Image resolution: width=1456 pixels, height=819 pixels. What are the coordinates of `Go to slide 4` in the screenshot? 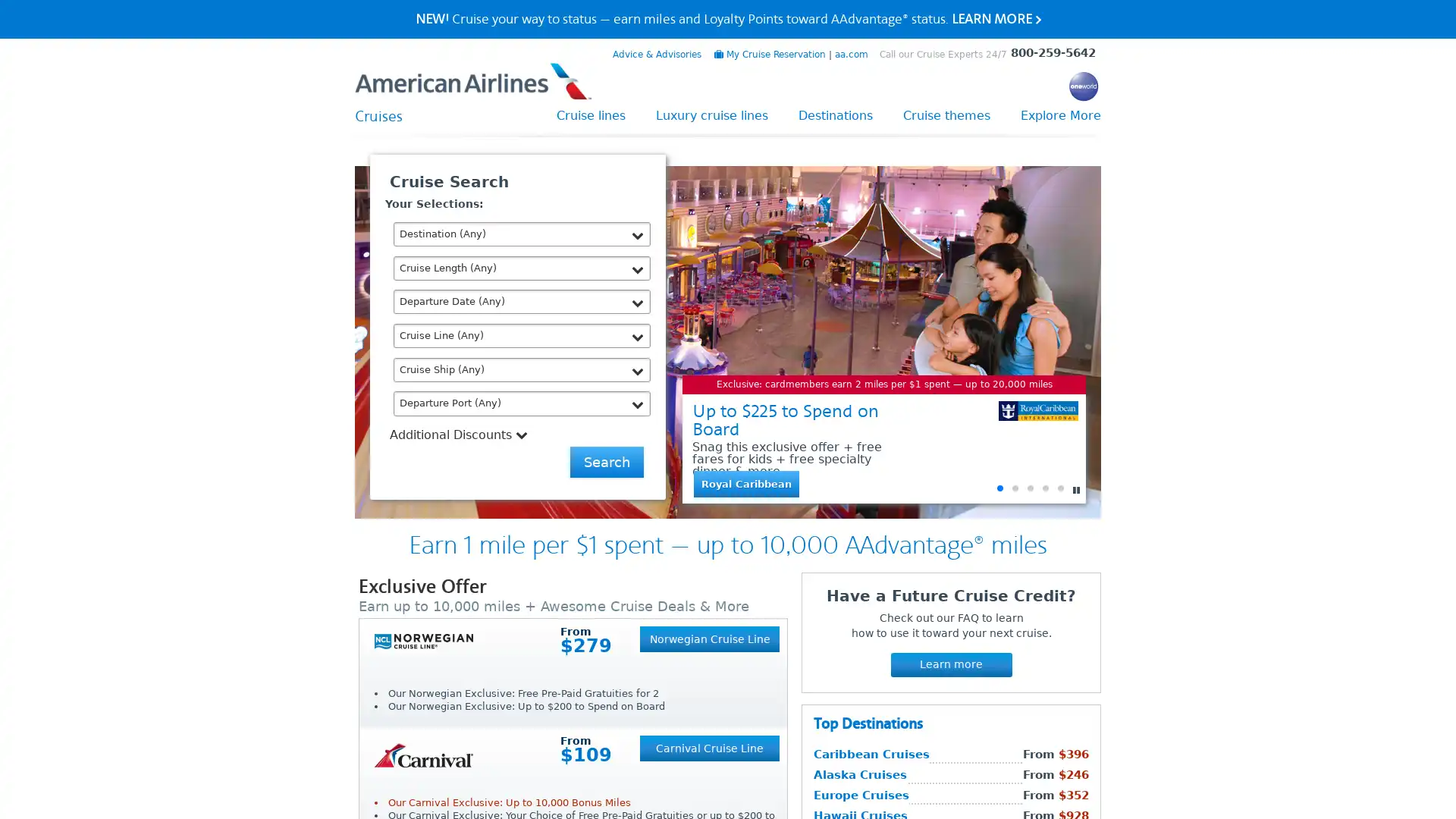 It's located at (1043, 488).